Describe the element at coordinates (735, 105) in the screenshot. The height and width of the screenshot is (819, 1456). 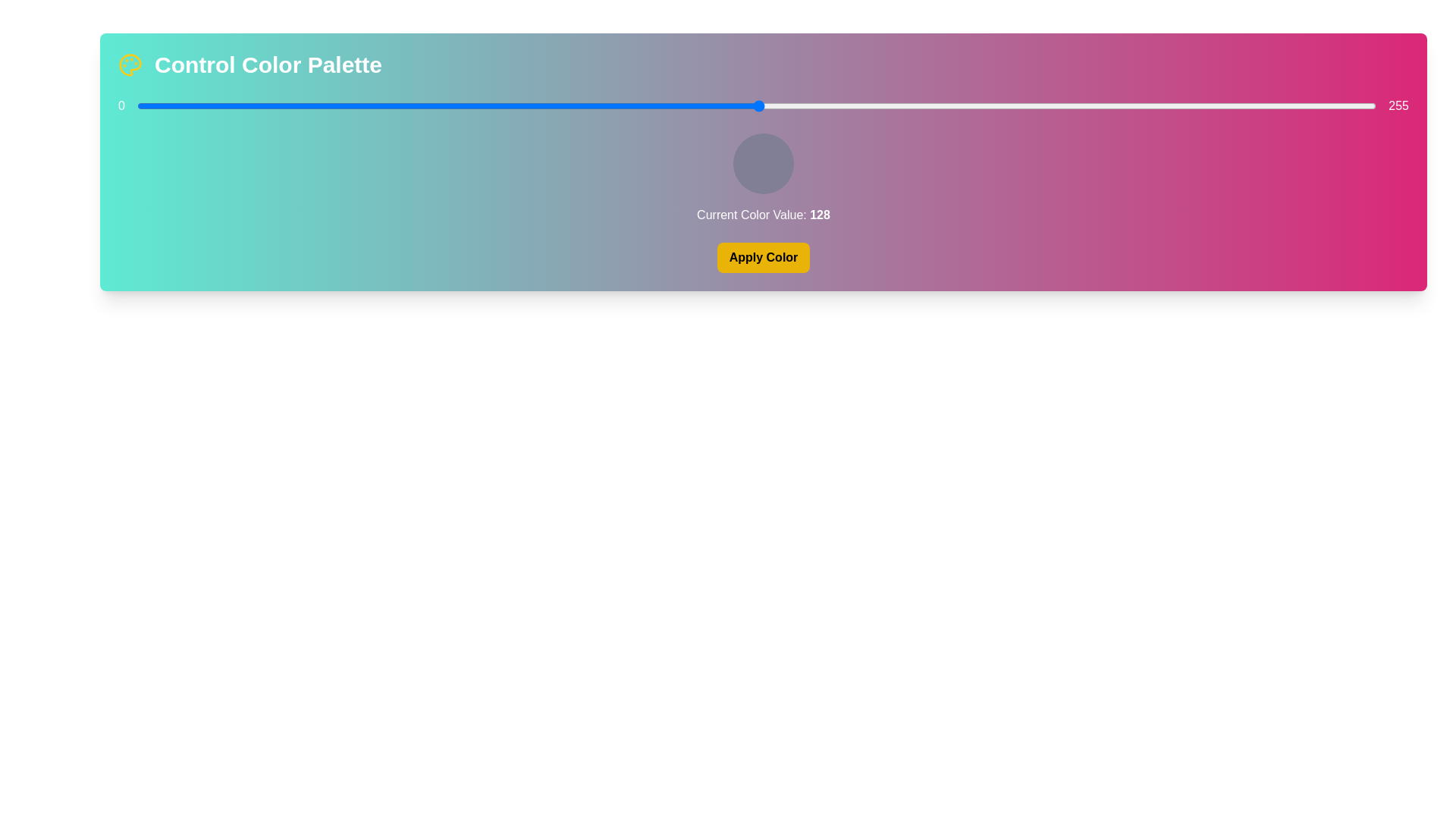
I see `the color slider to set the color value to 123` at that location.